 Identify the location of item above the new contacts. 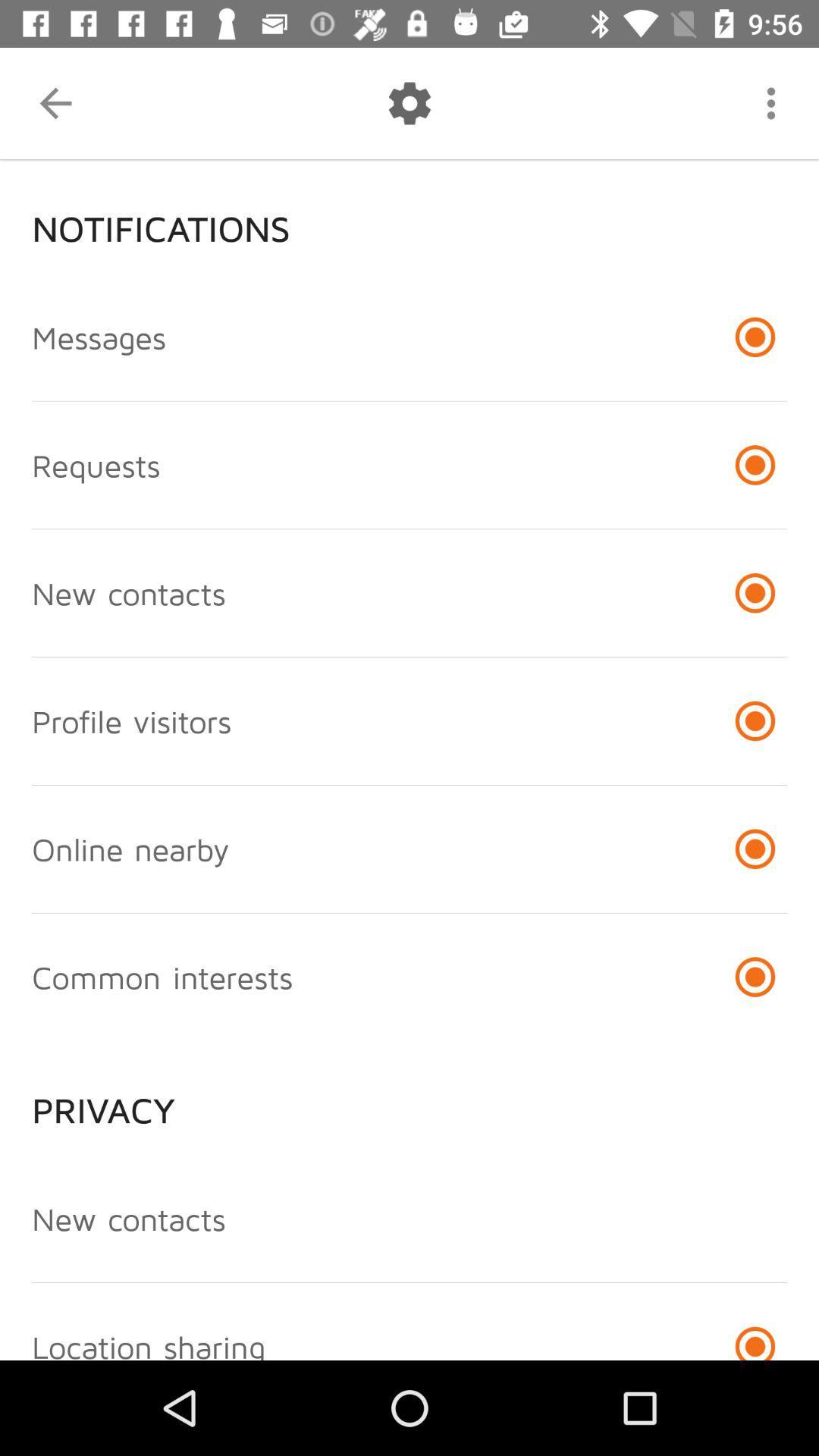
(409, 1097).